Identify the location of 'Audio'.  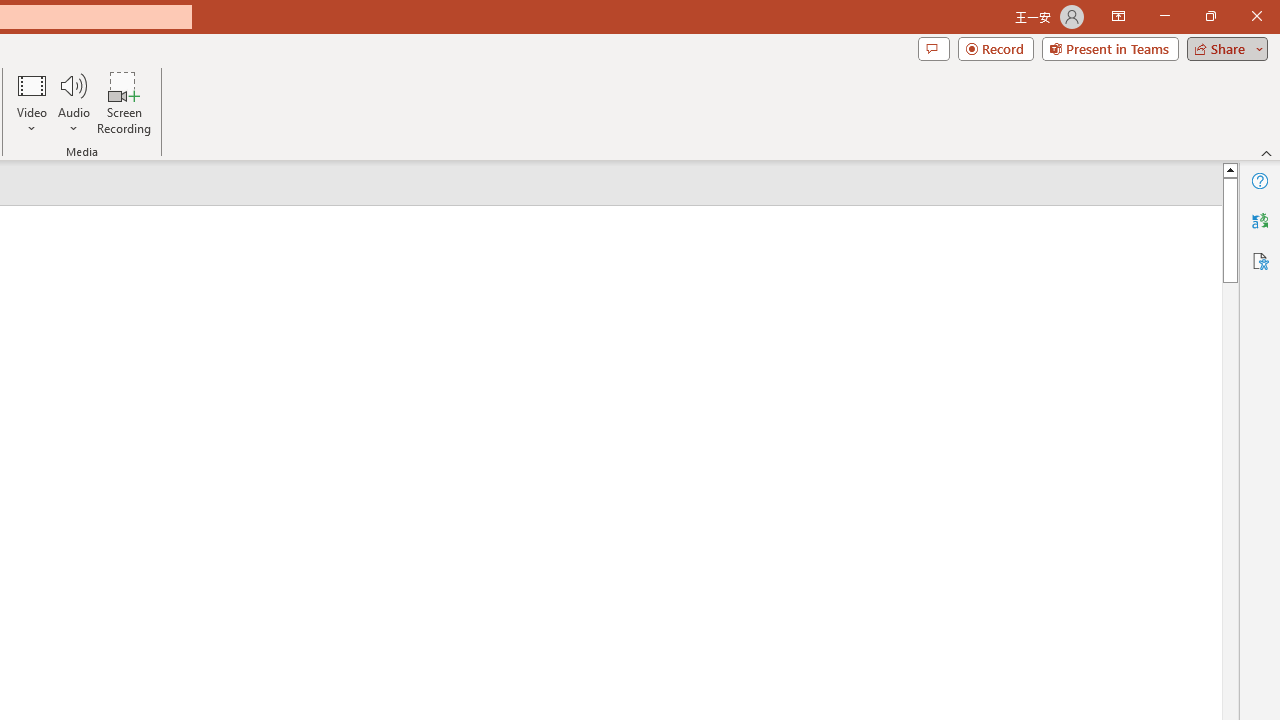
(73, 103).